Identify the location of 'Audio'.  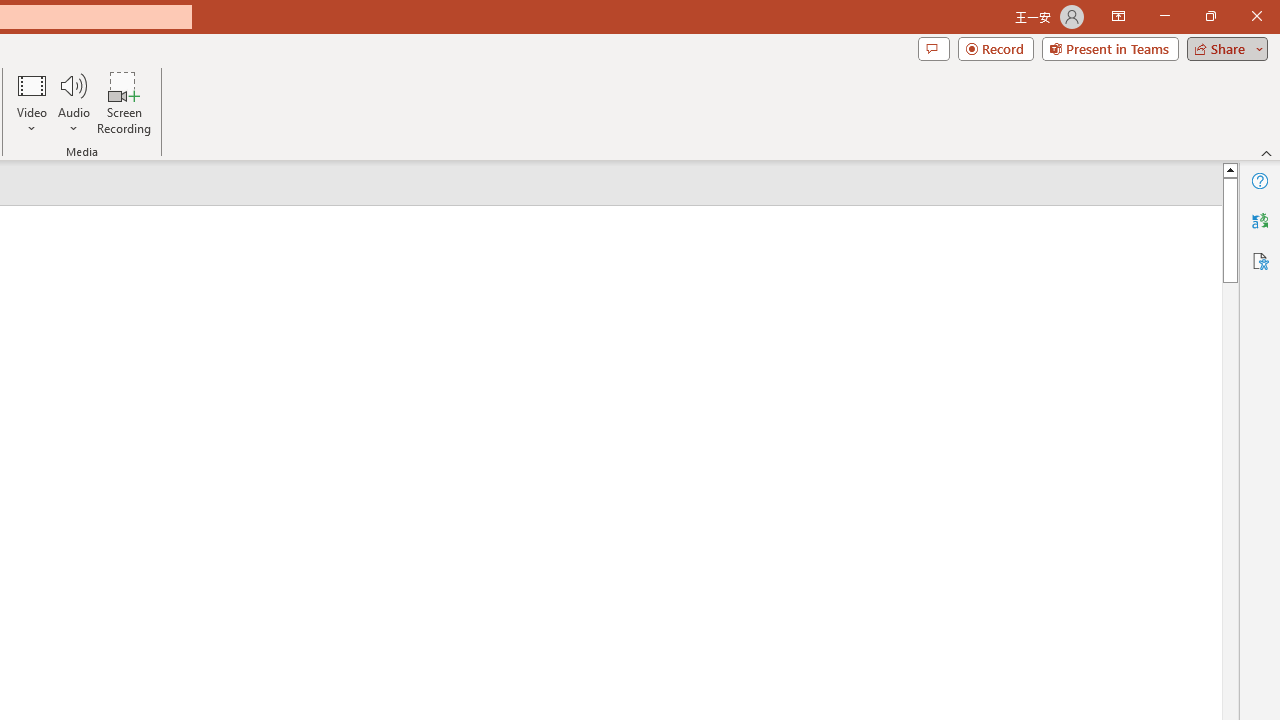
(73, 103).